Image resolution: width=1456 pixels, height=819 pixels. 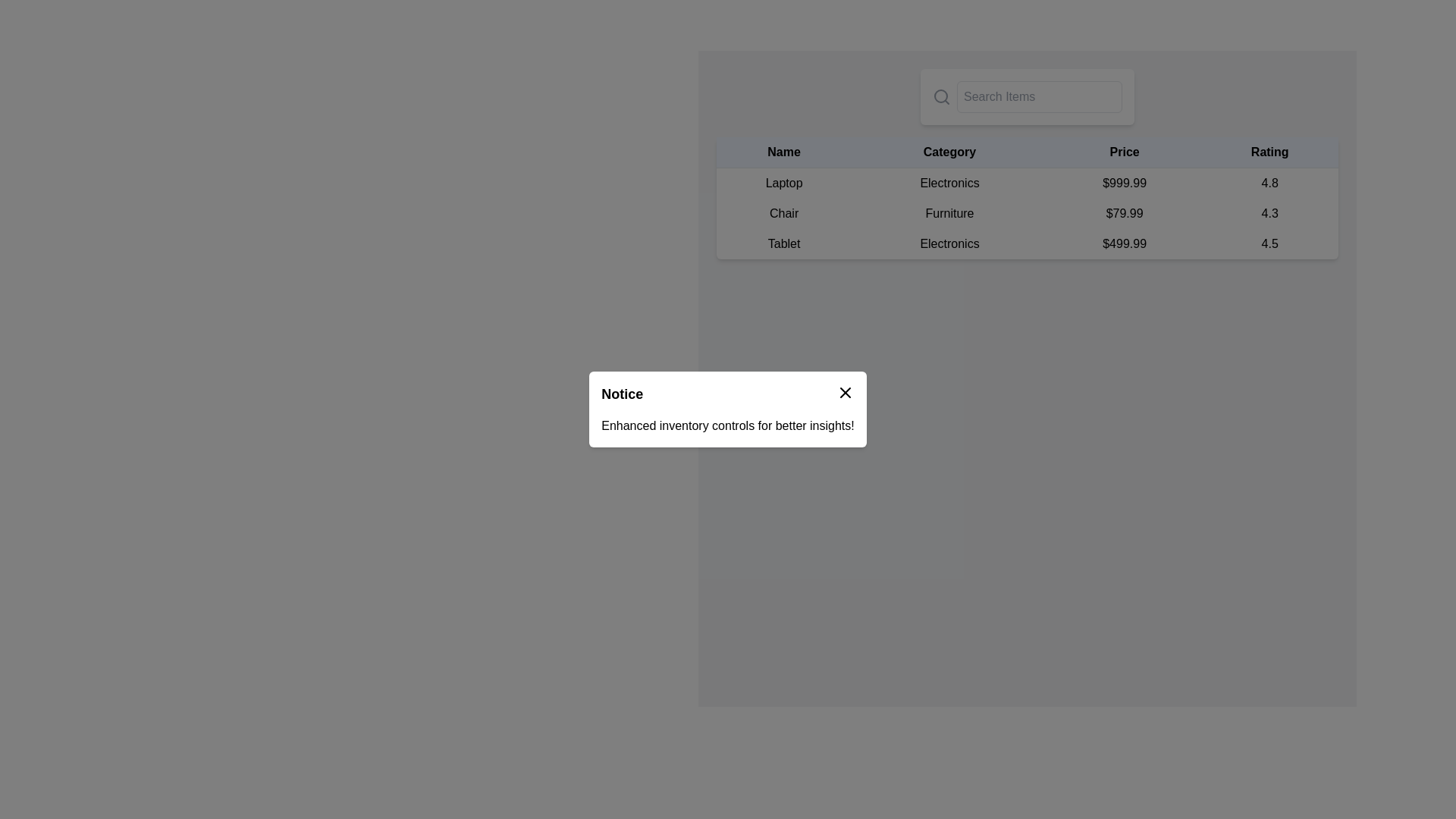 What do you see at coordinates (784, 243) in the screenshot?
I see `the text label displaying 'Tablet' located` at bounding box center [784, 243].